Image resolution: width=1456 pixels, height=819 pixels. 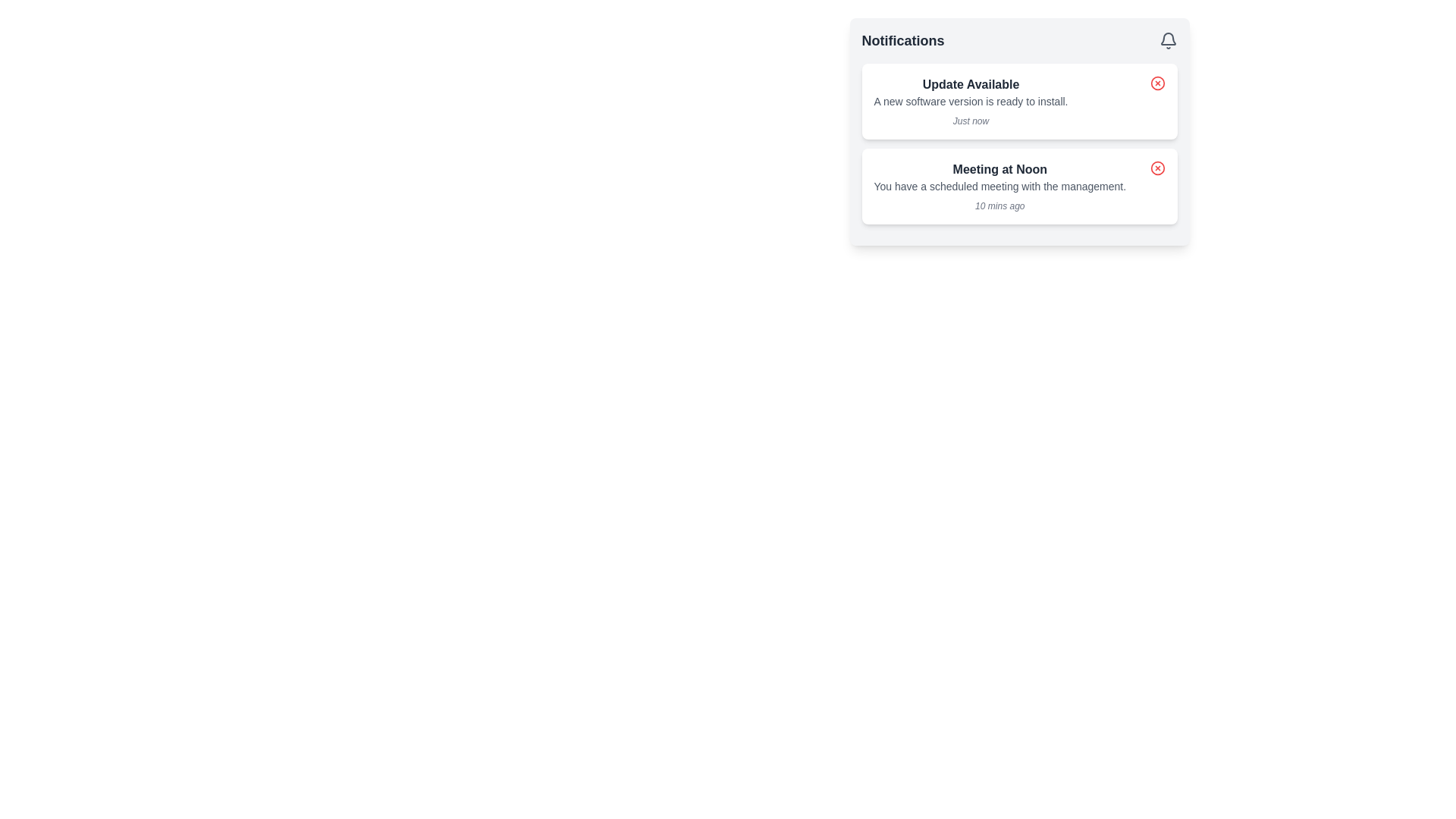 What do you see at coordinates (971, 84) in the screenshot?
I see `the title text element at the top of the notification box` at bounding box center [971, 84].